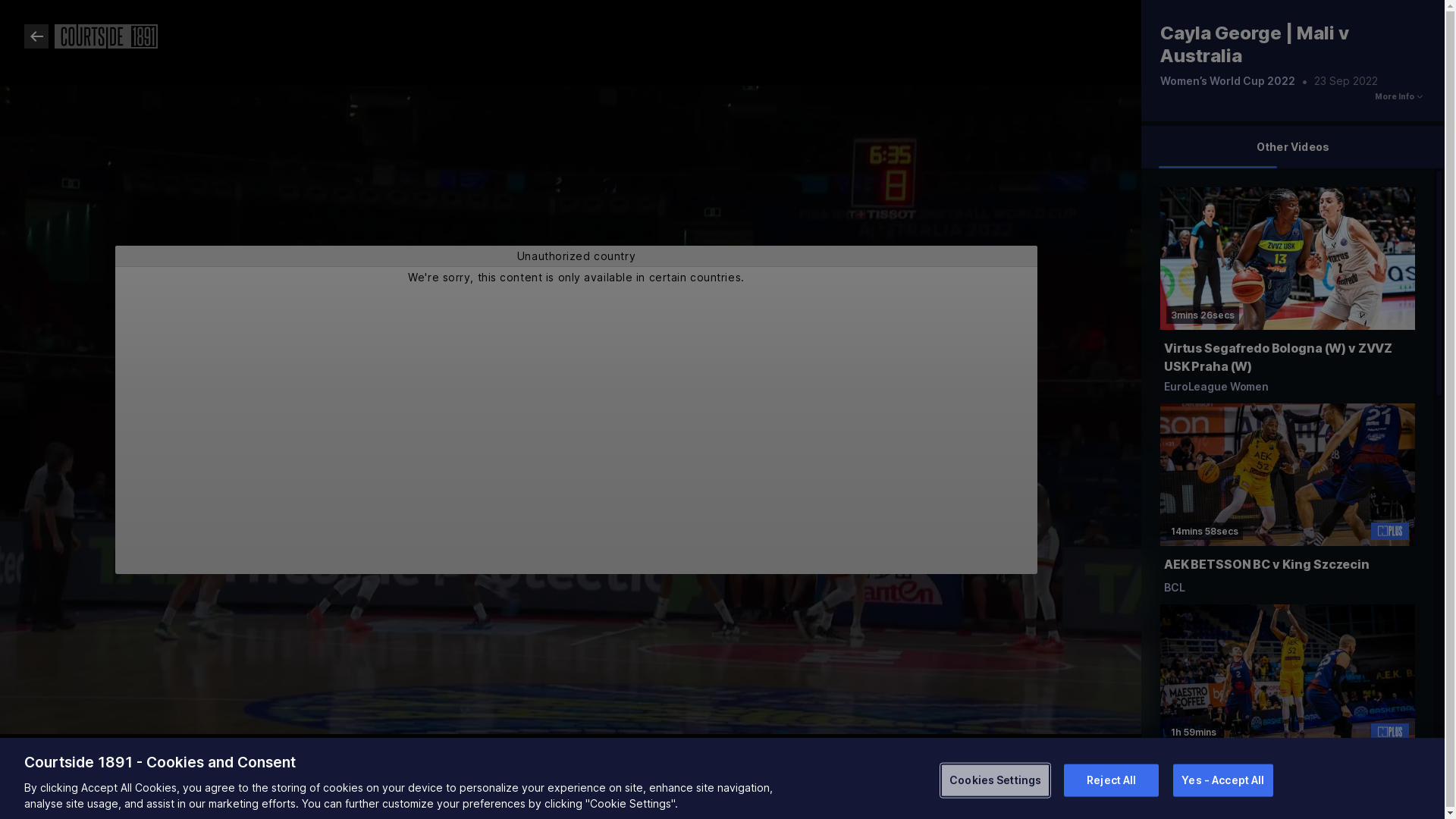 The image size is (1456, 819). What do you see at coordinates (1287, 704) in the screenshot?
I see `'1h 59mins` at bounding box center [1287, 704].